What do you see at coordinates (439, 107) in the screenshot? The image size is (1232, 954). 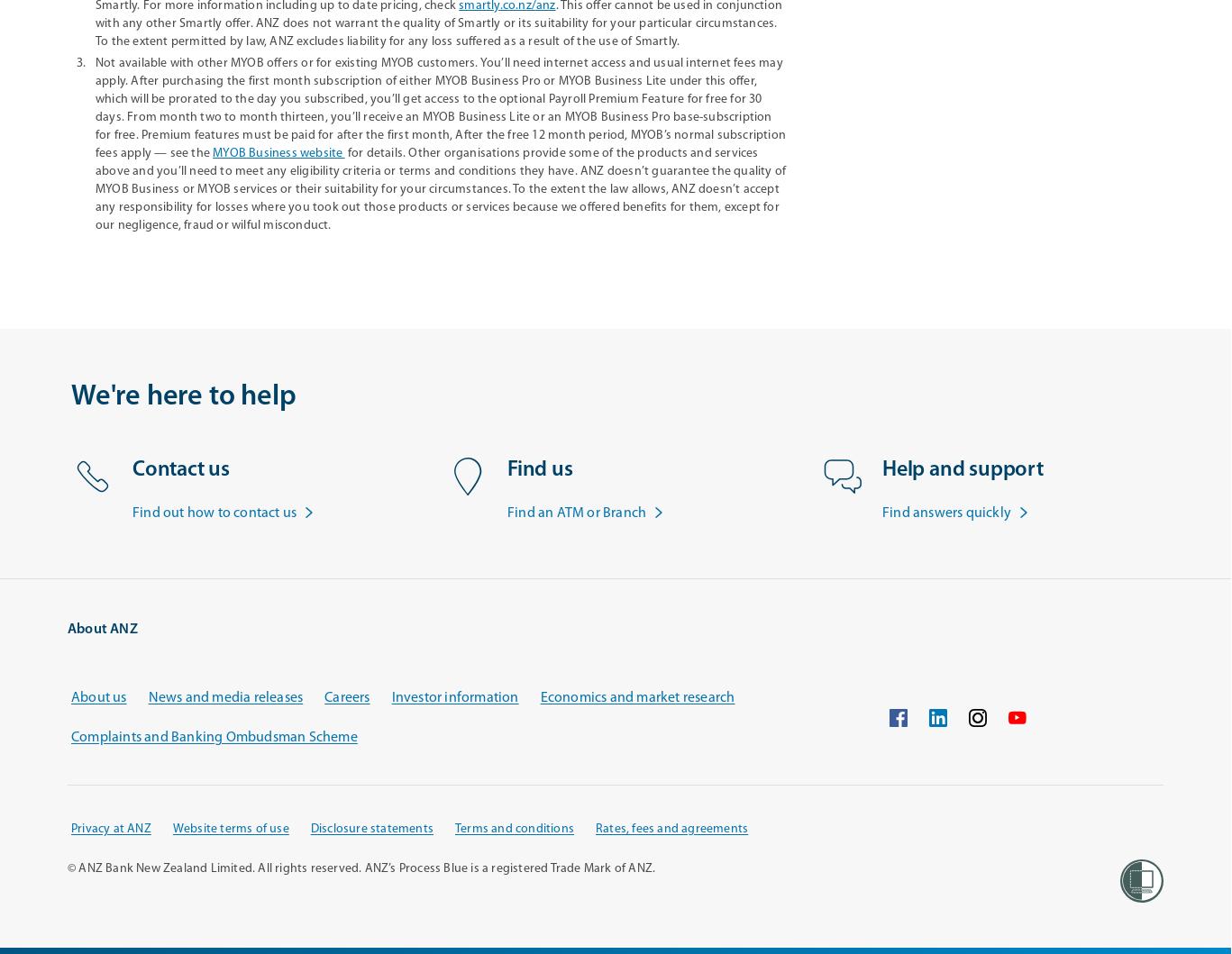 I see `'Not available with other MYOB offers or for existing MYOB customers. You’ll need internet access and usual internet fees may apply. After purchasing the first month subscription of either MYOB Business Pro or MYOB Business Lite under this offer, which will be prorated to the day you subscribed, you’ll get access to the optional Payroll Premium Feature for free for 30 days. From month two to month thirteen, you’ll receive an MYOB Business Lite or an MYOB Business Pro base-subscription for free. Premium features must be paid for after the first month, After the free 12 month period, MYOB’s normal subscription fees apply — see the'` at bounding box center [439, 107].